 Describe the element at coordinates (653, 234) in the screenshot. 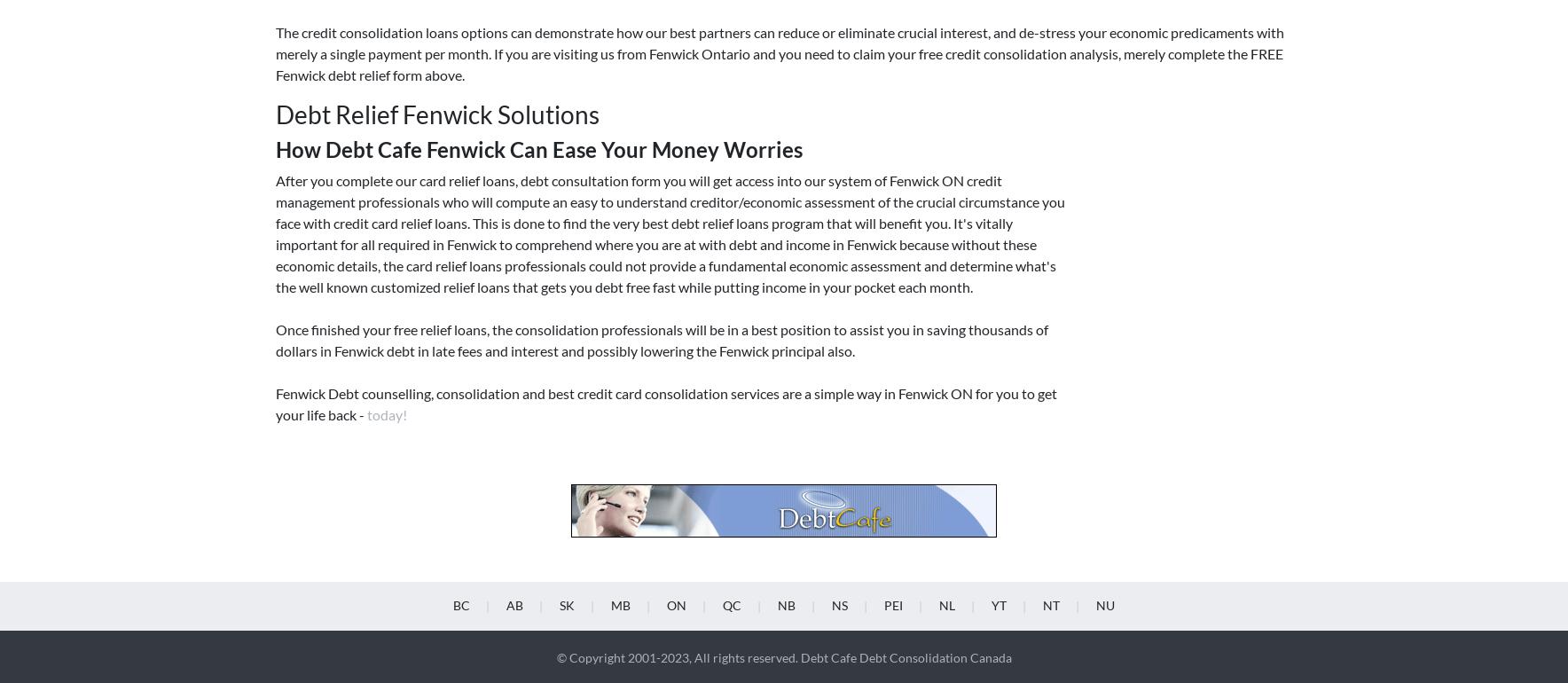

I see `'Ottawa'` at that location.